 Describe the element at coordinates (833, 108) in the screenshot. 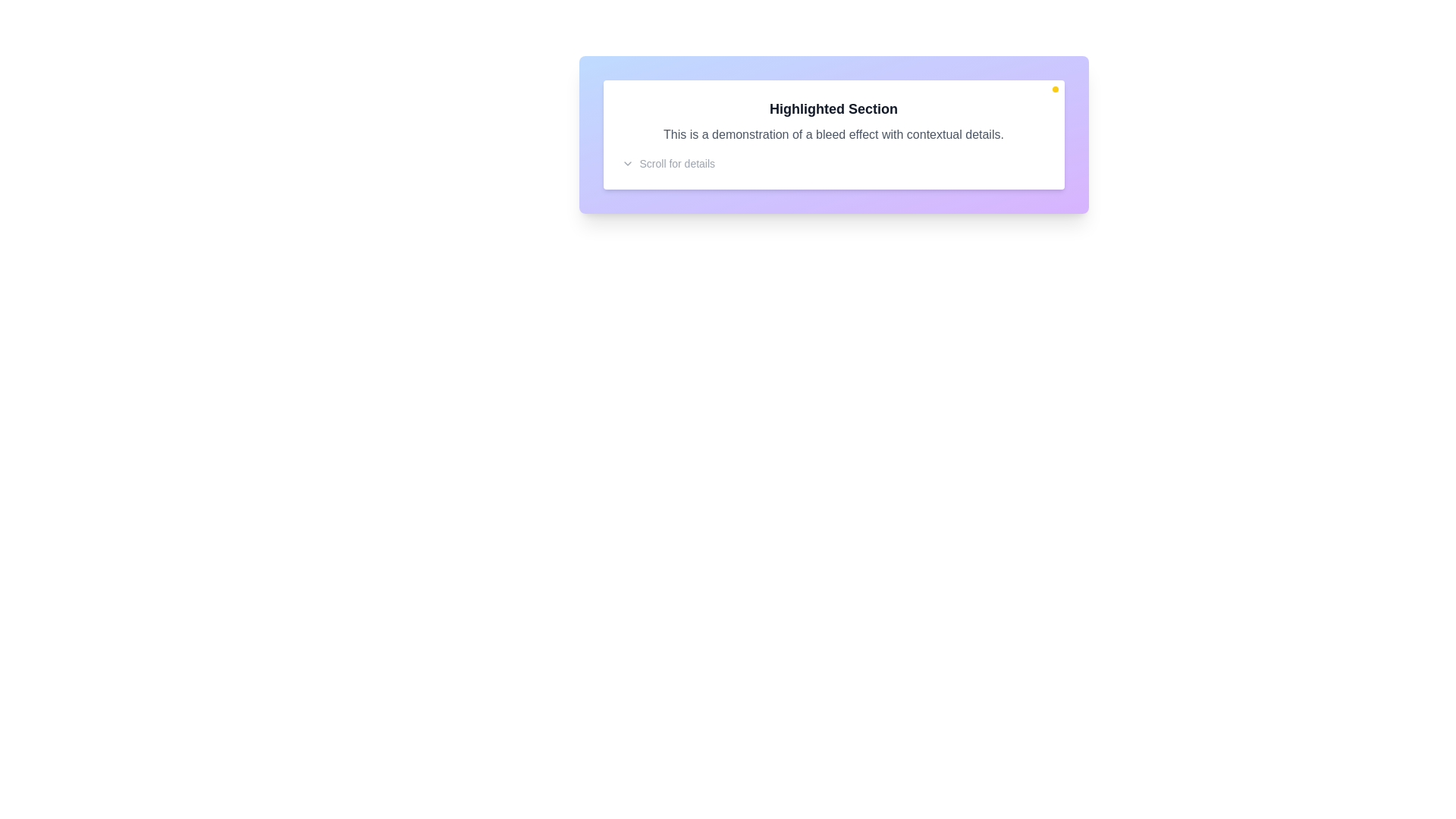

I see `the text label displaying 'Highlighted Section' in bold large font with dark gray color, which is positioned on a white rounded background card within a purple gradient background` at that location.